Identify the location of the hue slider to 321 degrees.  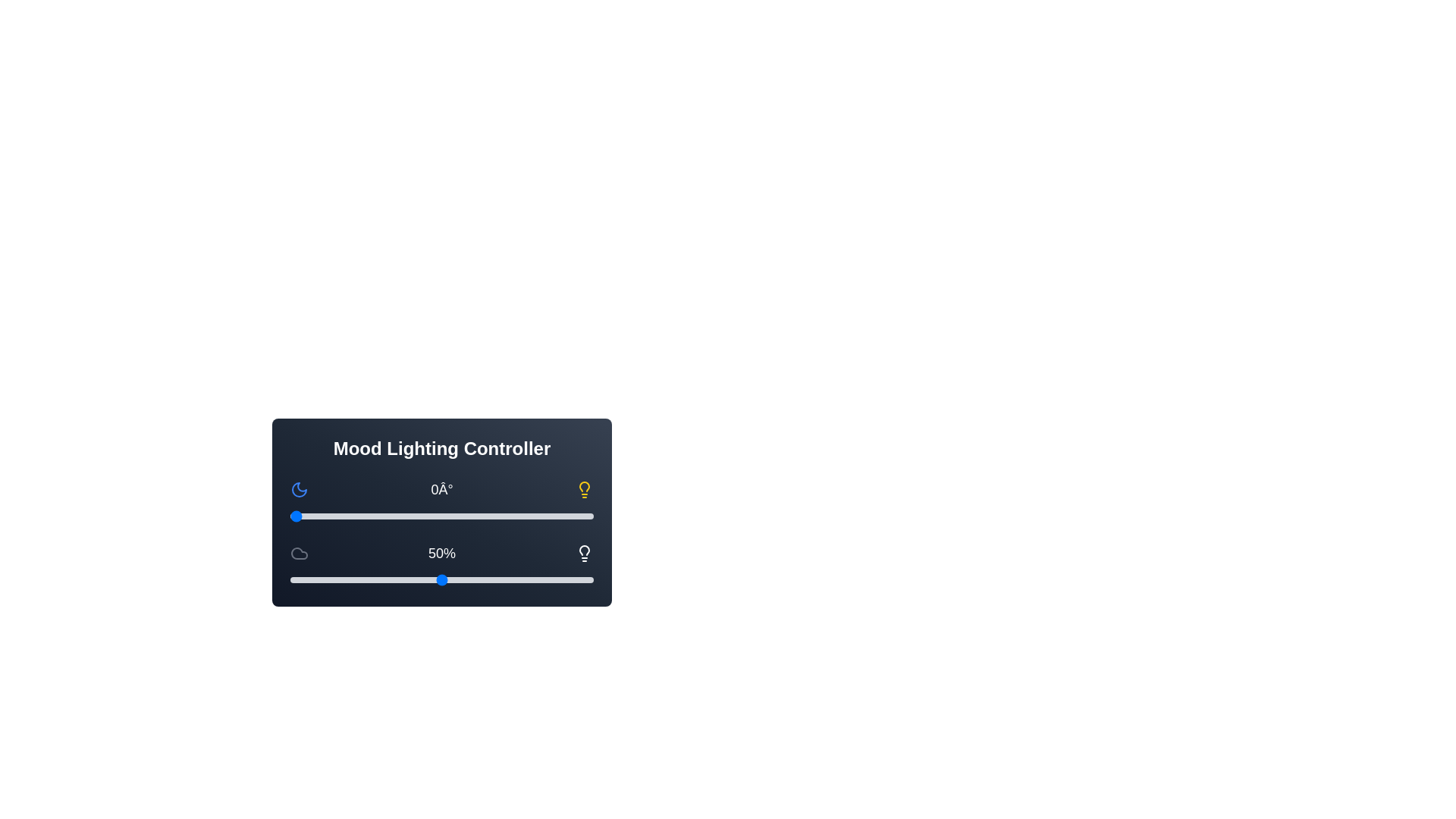
(560, 516).